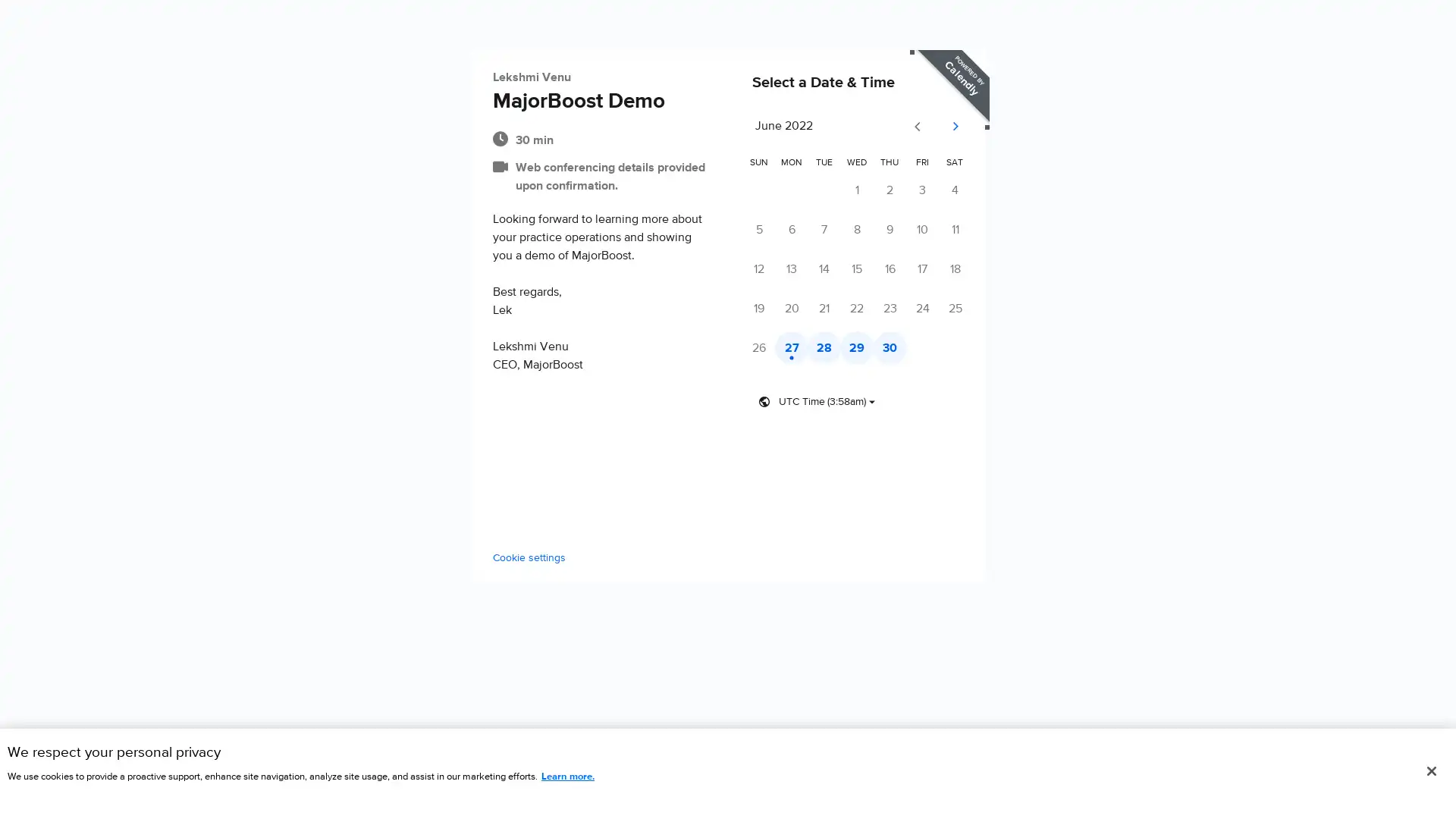 This screenshot has width=1456, height=819. What do you see at coordinates (956, 190) in the screenshot?
I see `Friday, June 3 - No times available` at bounding box center [956, 190].